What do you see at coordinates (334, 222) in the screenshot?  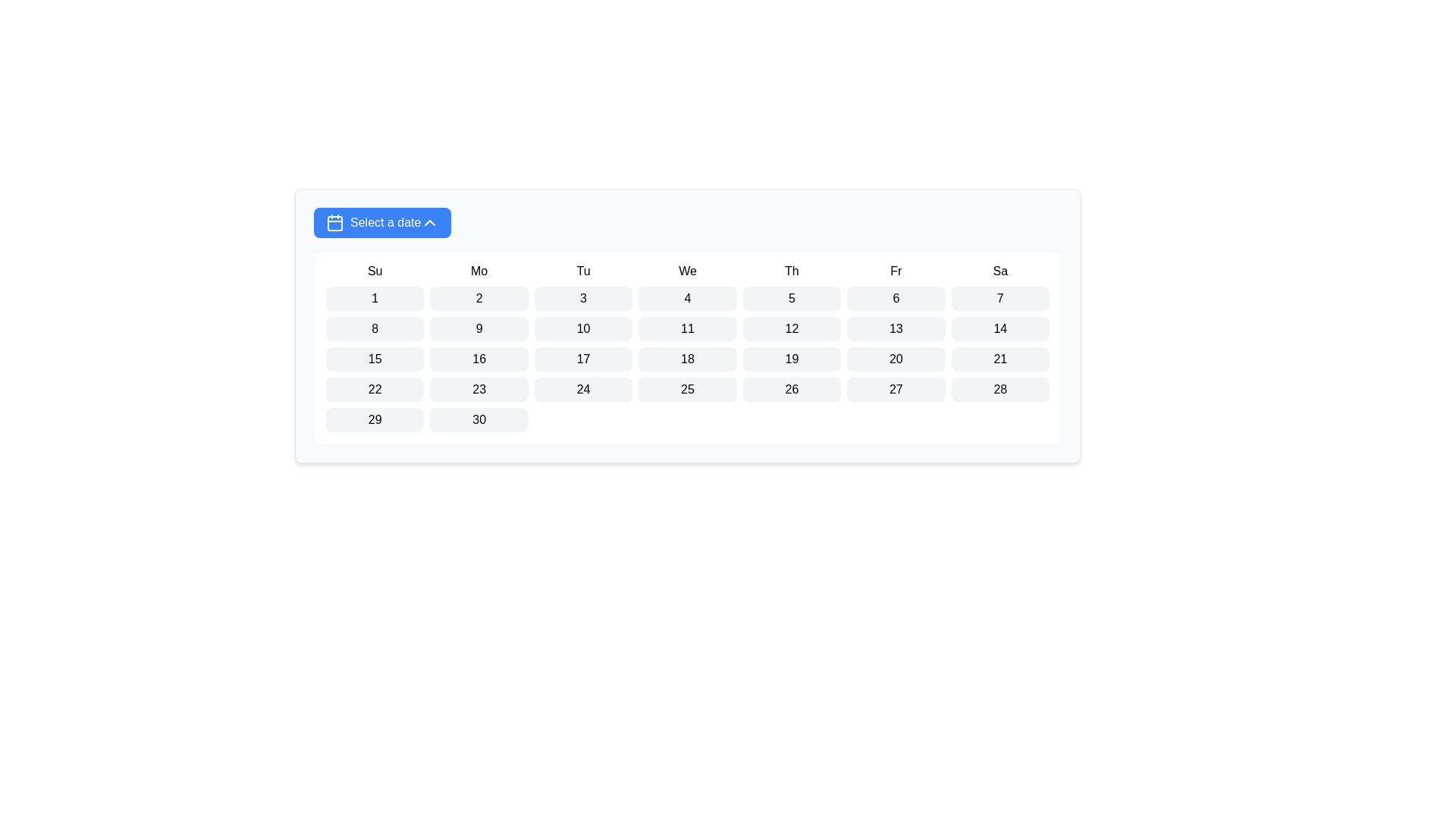 I see `the calendar icon with a blue background and white grid-like strokes, located at the beginning of the layout before the text 'Select a date'` at bounding box center [334, 222].